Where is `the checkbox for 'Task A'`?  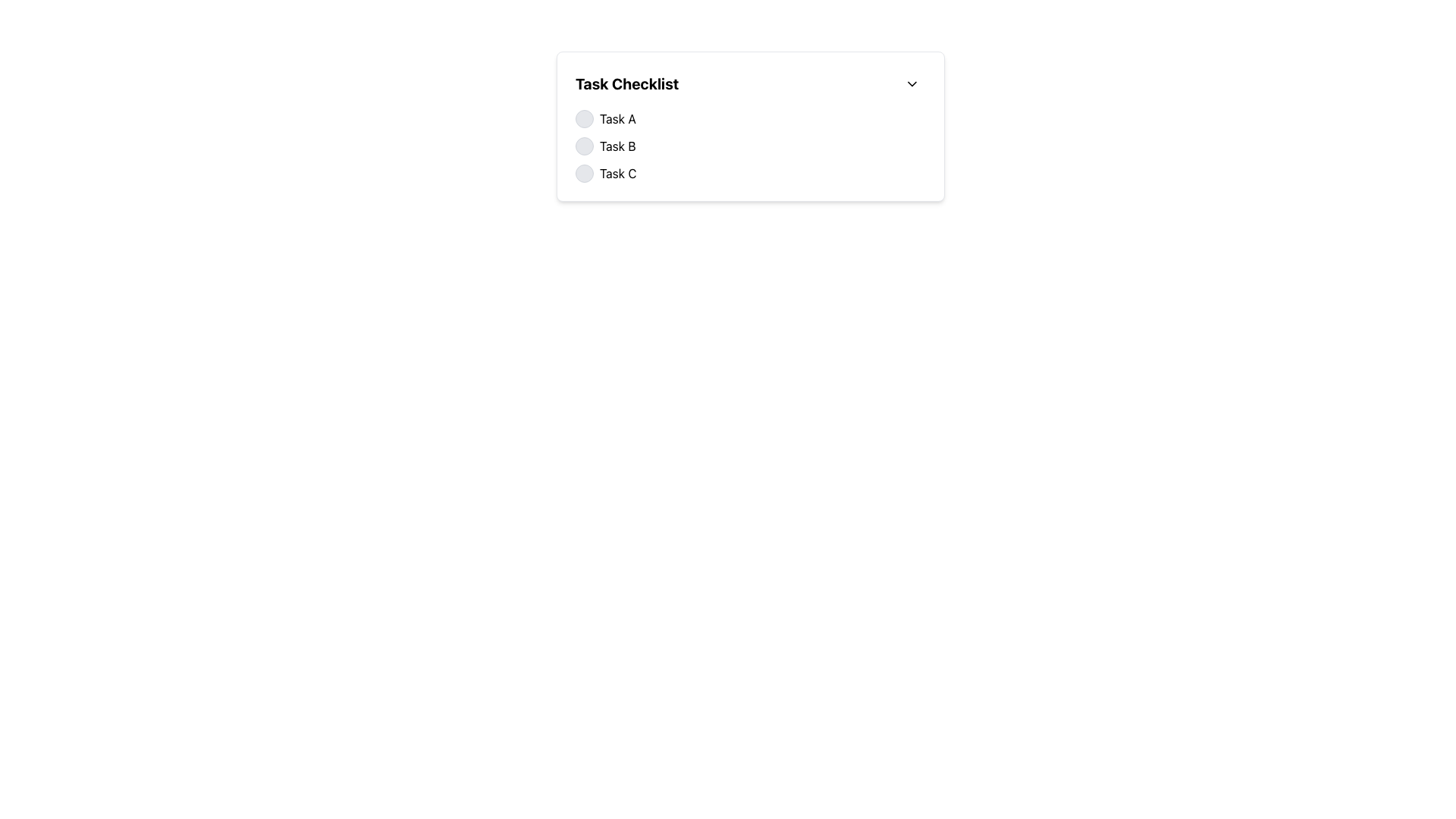
the checkbox for 'Task A' is located at coordinates (584, 118).